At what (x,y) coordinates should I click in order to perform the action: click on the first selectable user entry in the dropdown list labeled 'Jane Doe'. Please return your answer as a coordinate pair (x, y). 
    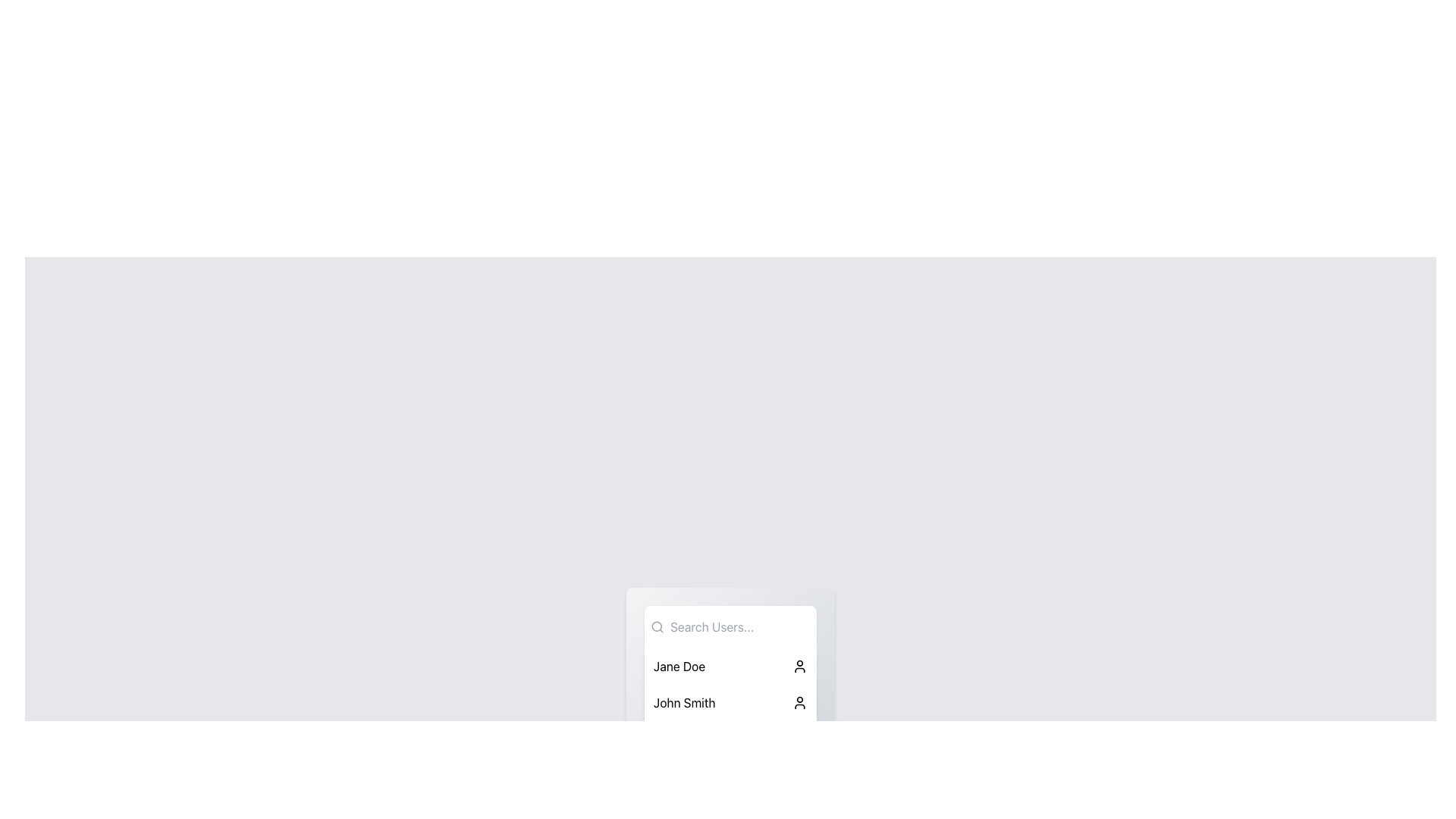
    Looking at the image, I should click on (730, 666).